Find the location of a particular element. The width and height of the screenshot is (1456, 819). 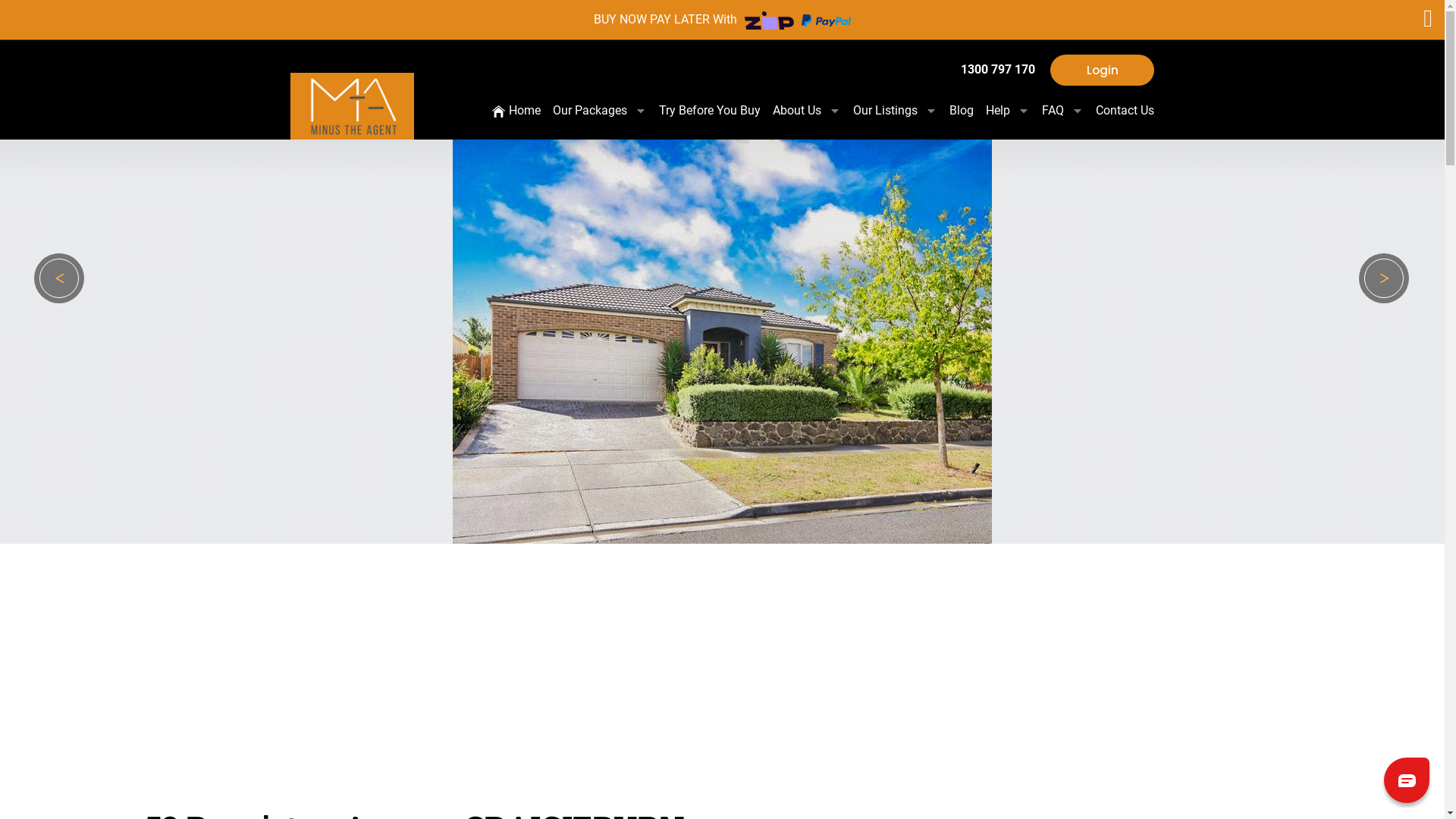

'Our Packages' is located at coordinates (604, 110).